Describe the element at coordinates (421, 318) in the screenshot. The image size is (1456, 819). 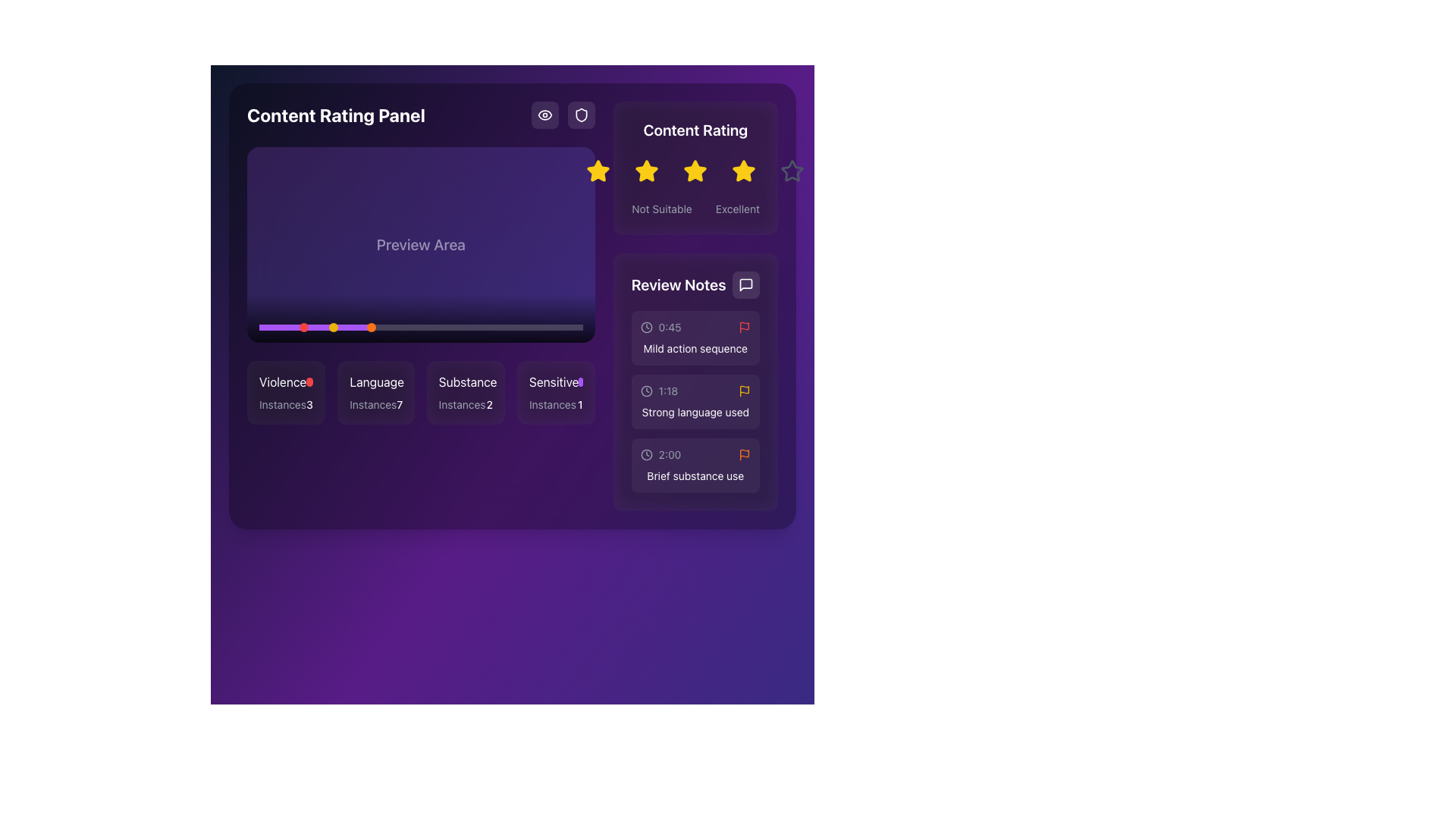
I see `the Decorative overlay located at the bottom of the preview area, directly below the 'Preview Area' text, which spans the entire bottom width` at that location.